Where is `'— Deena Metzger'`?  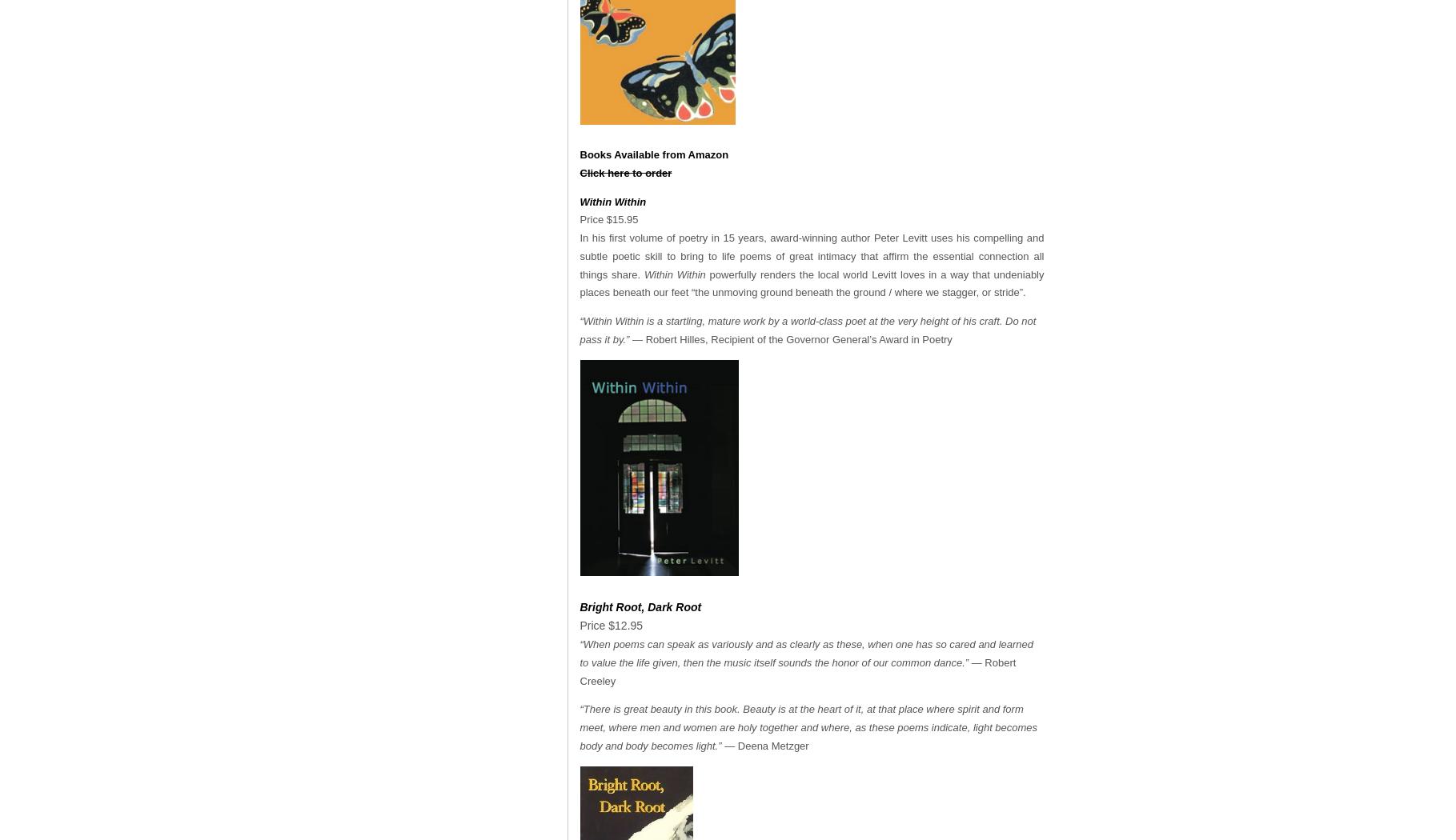
'— Deena Metzger' is located at coordinates (764, 745).